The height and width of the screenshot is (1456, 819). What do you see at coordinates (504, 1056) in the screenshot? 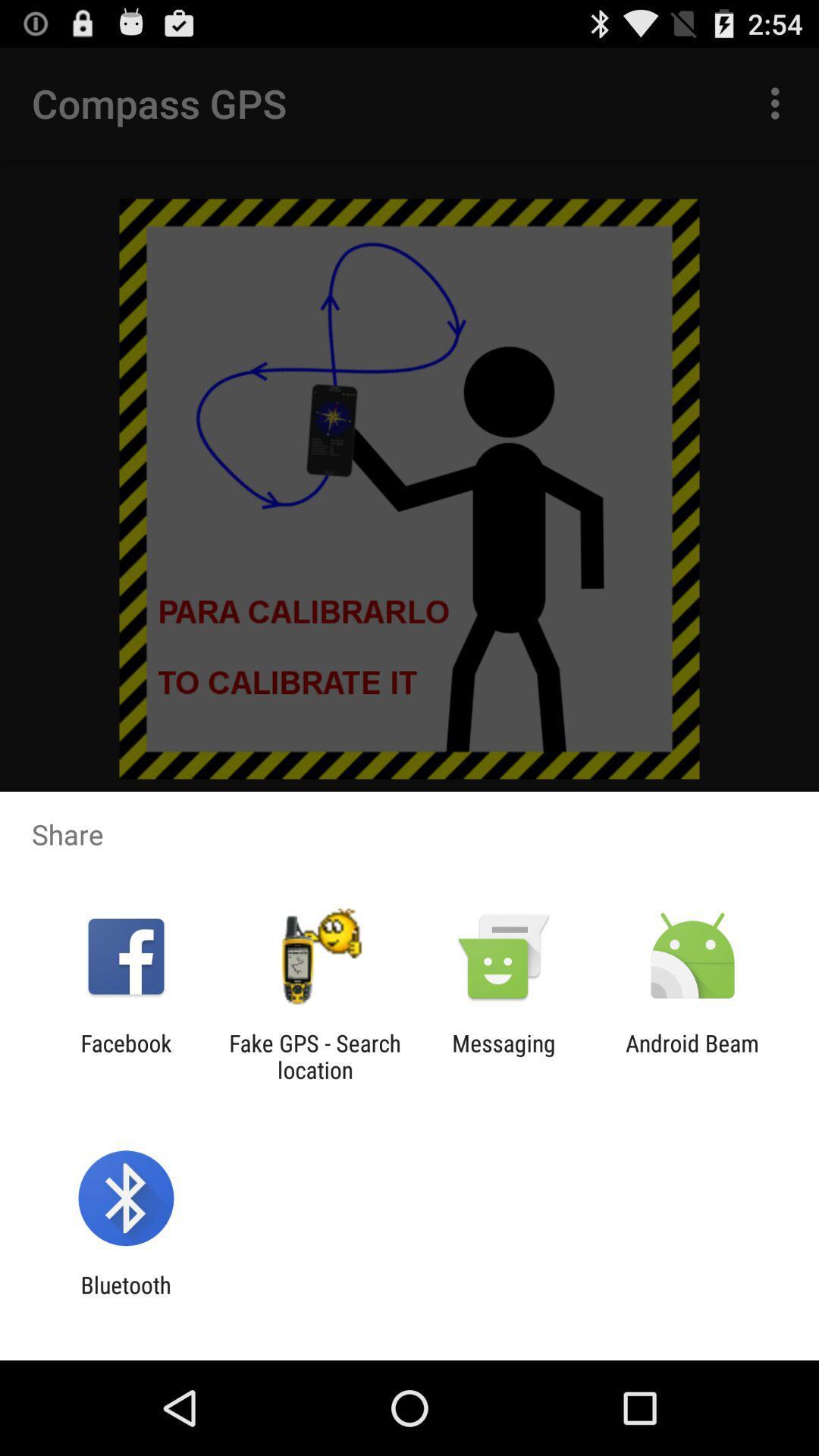
I see `app to the right of the fake gps search item` at bounding box center [504, 1056].